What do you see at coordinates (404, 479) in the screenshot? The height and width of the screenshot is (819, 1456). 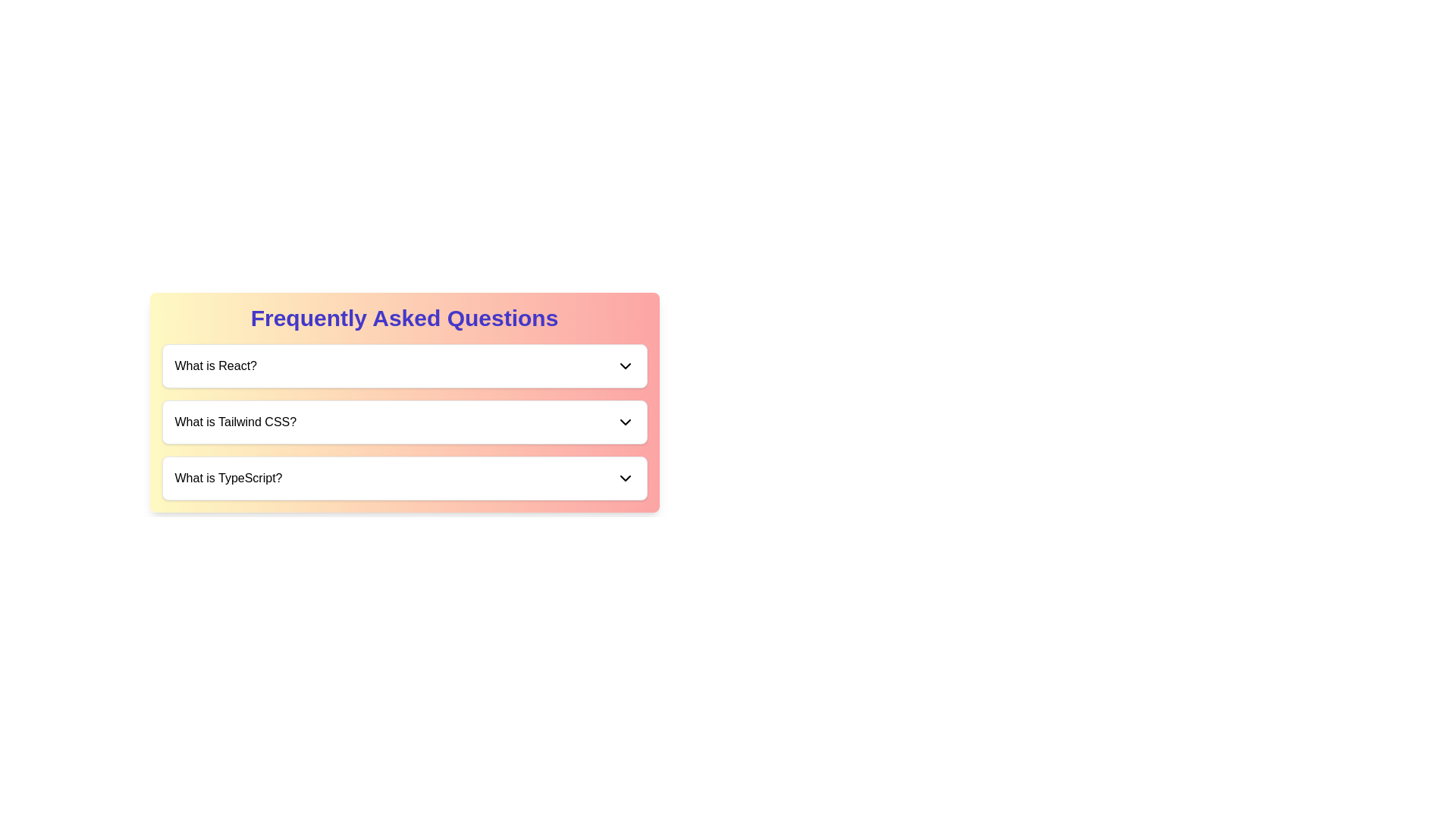 I see `the third collapsible menu item in the 'Frequently Asked Questions' section` at bounding box center [404, 479].